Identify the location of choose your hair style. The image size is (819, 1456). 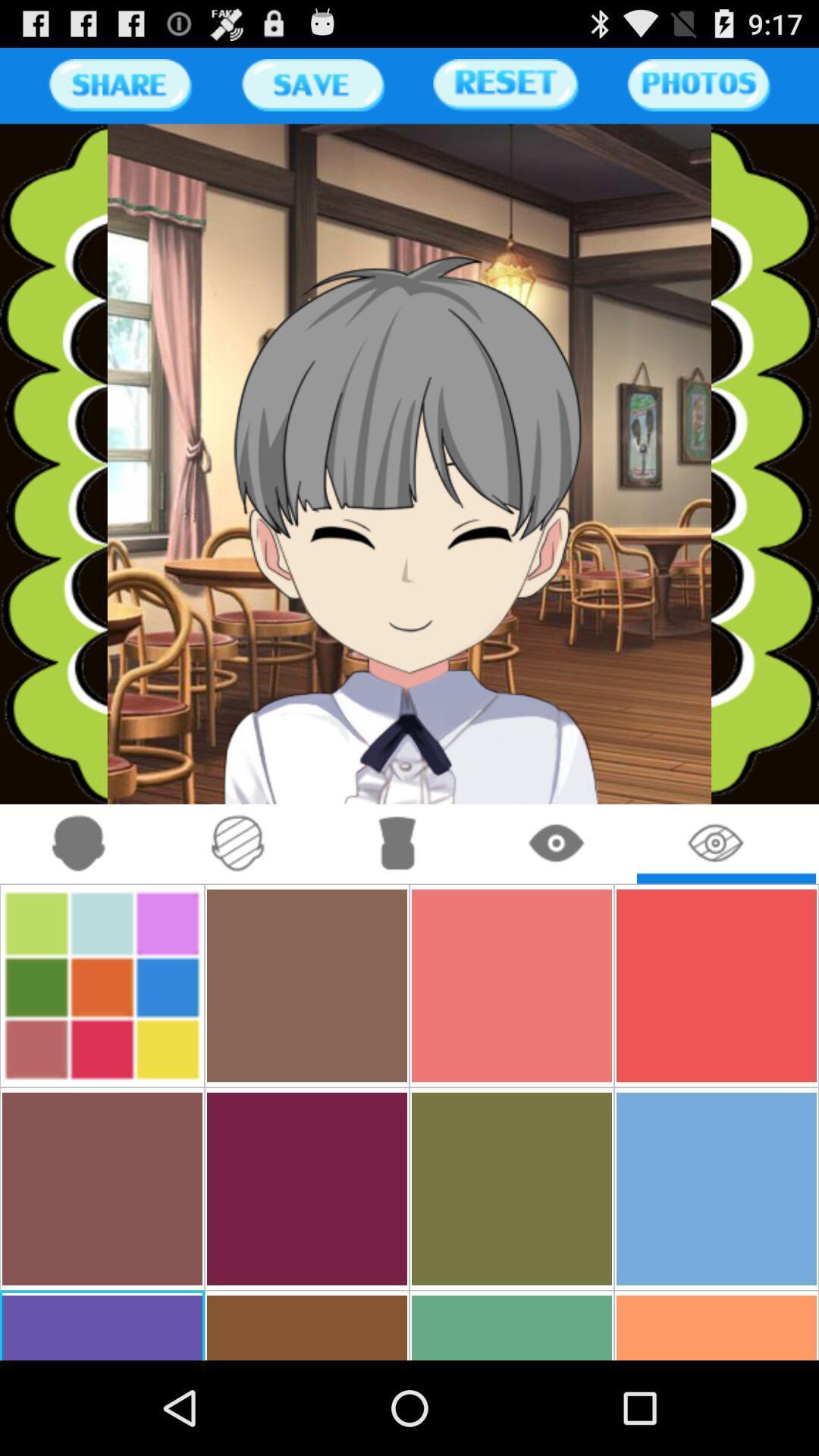
(397, 843).